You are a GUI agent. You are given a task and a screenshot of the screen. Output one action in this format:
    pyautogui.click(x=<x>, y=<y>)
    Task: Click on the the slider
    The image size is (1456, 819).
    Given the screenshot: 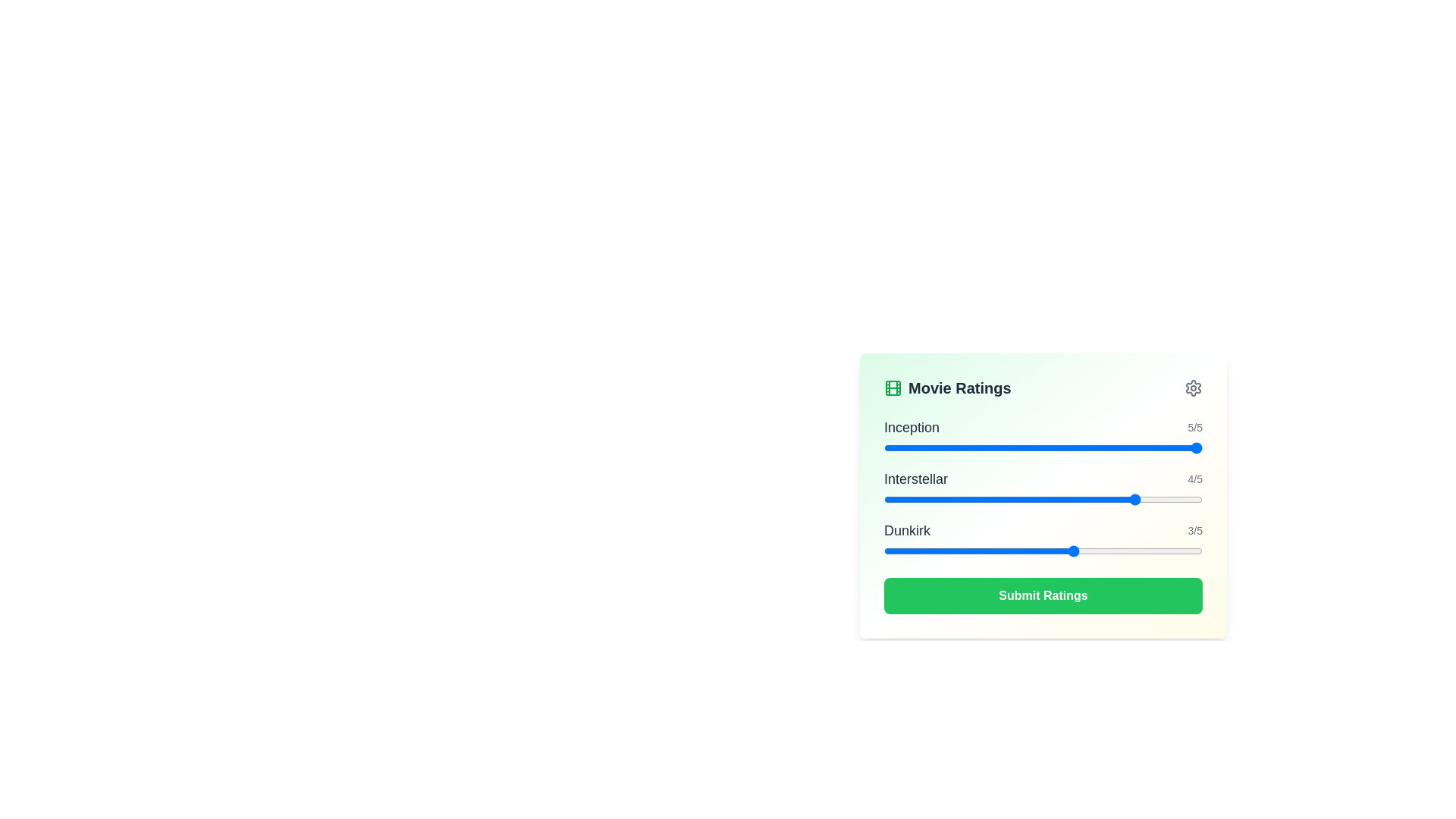 What is the action you would take?
    pyautogui.click(x=946, y=500)
    